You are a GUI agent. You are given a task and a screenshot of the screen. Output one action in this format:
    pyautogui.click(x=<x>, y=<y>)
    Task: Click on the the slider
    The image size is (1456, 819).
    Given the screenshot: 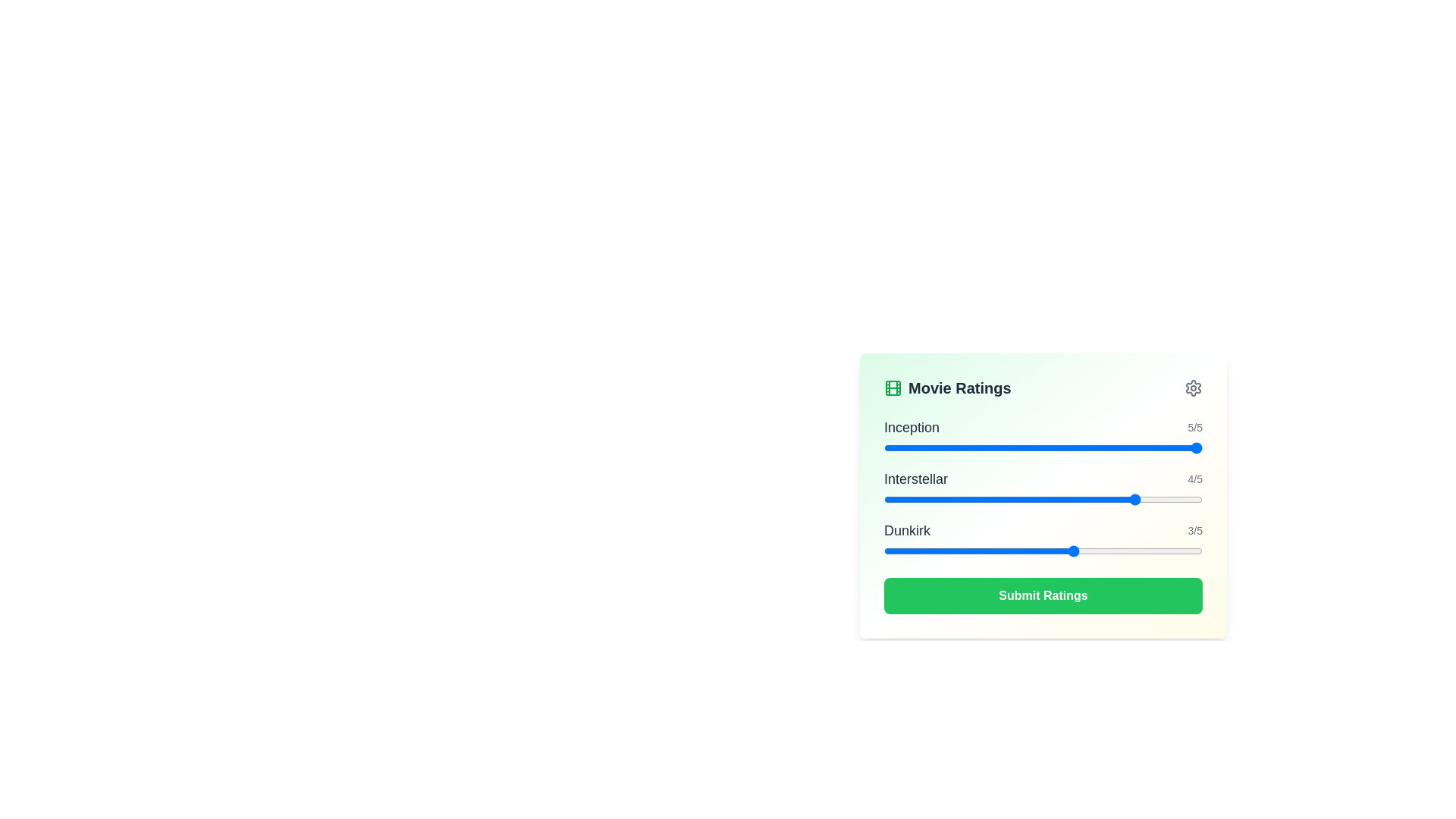 What is the action you would take?
    pyautogui.click(x=946, y=500)
    